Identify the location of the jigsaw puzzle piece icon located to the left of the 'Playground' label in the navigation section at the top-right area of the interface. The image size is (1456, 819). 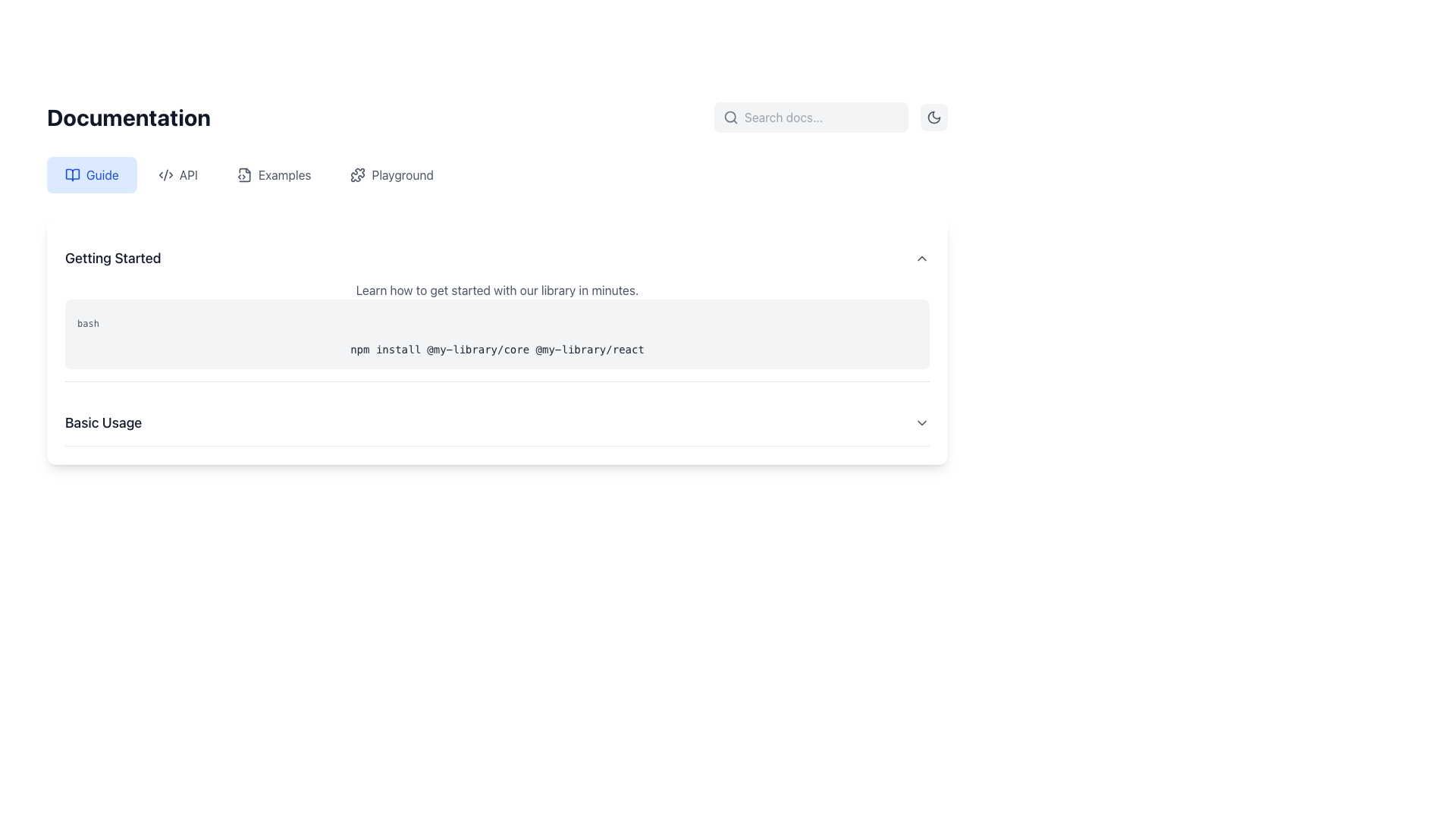
(357, 174).